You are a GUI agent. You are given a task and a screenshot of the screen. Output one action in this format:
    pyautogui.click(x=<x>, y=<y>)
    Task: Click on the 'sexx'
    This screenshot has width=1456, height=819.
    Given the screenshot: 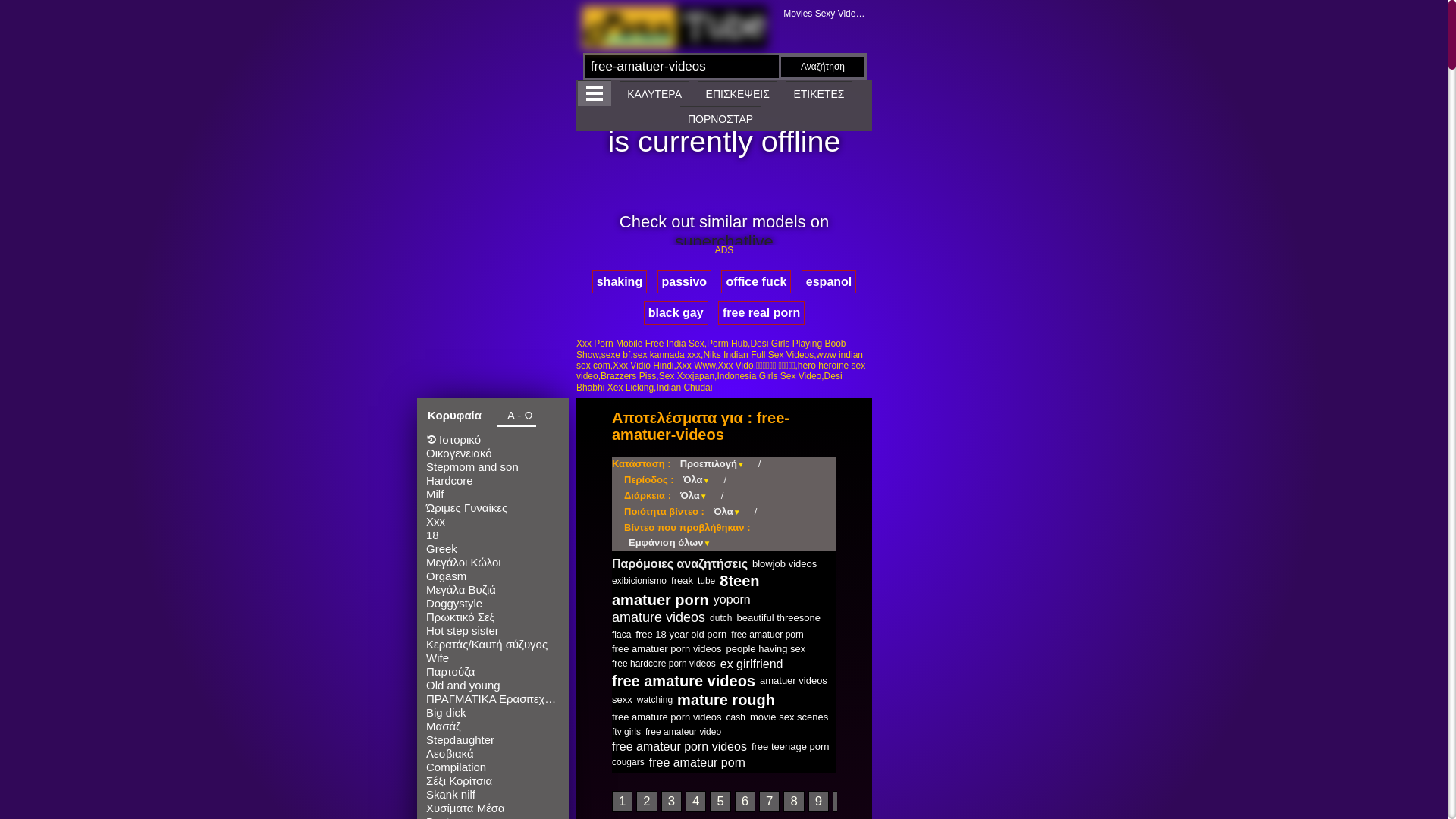 What is the action you would take?
    pyautogui.click(x=622, y=699)
    